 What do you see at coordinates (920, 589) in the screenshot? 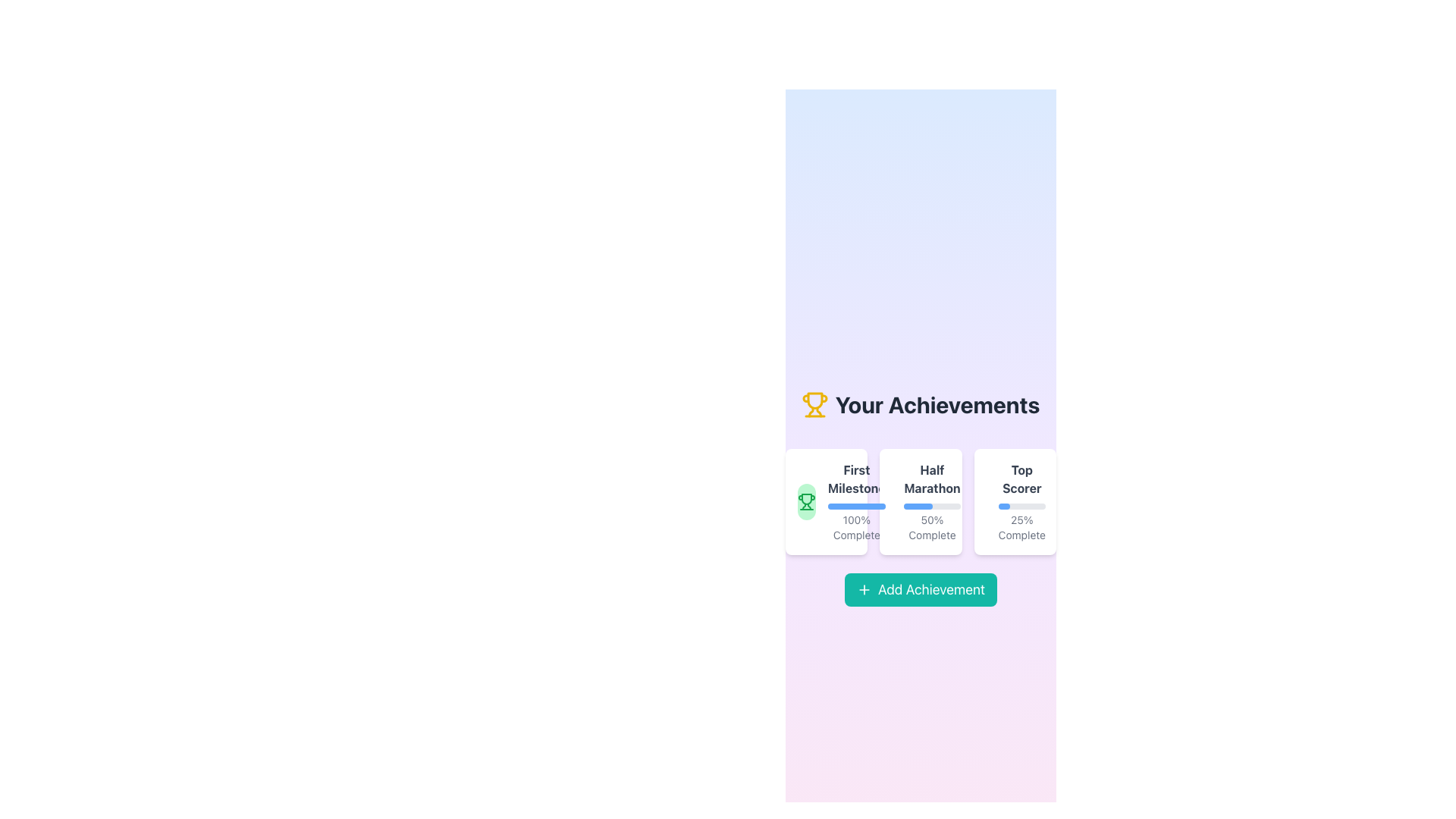
I see `the button located at the bottom of the 'Your Achievements' section` at bounding box center [920, 589].